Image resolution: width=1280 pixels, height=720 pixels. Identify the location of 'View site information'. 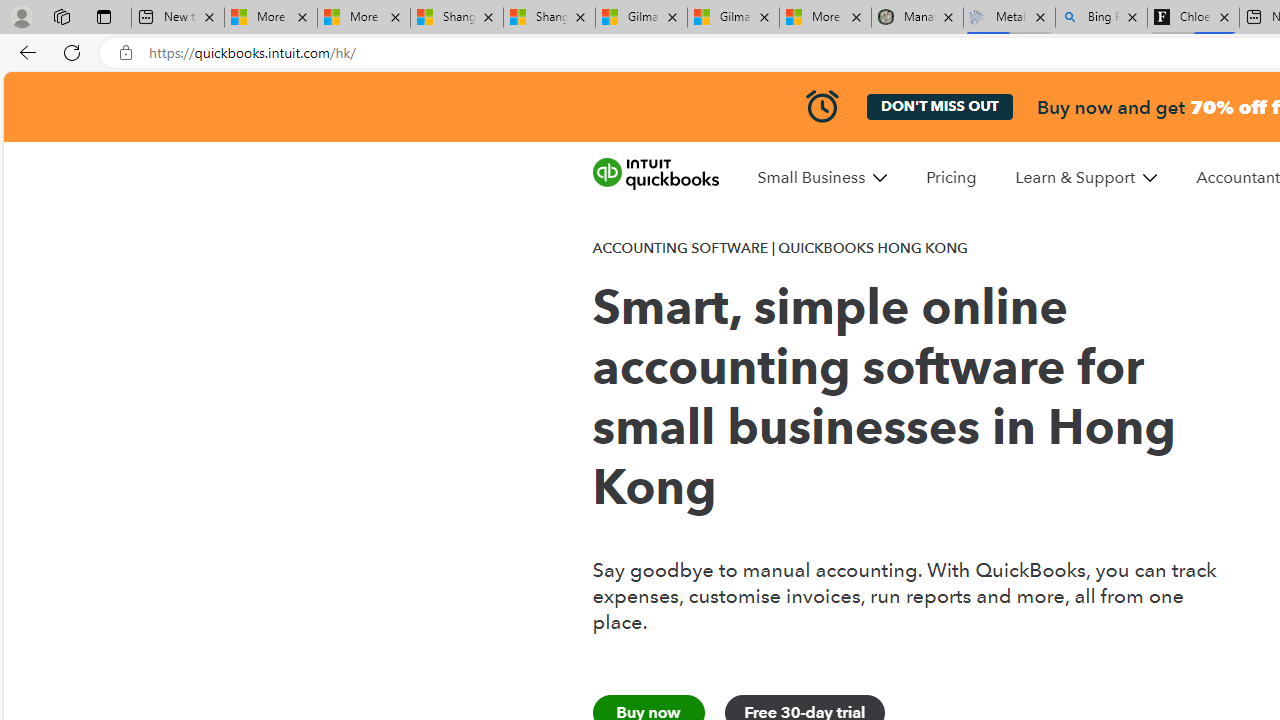
(125, 52).